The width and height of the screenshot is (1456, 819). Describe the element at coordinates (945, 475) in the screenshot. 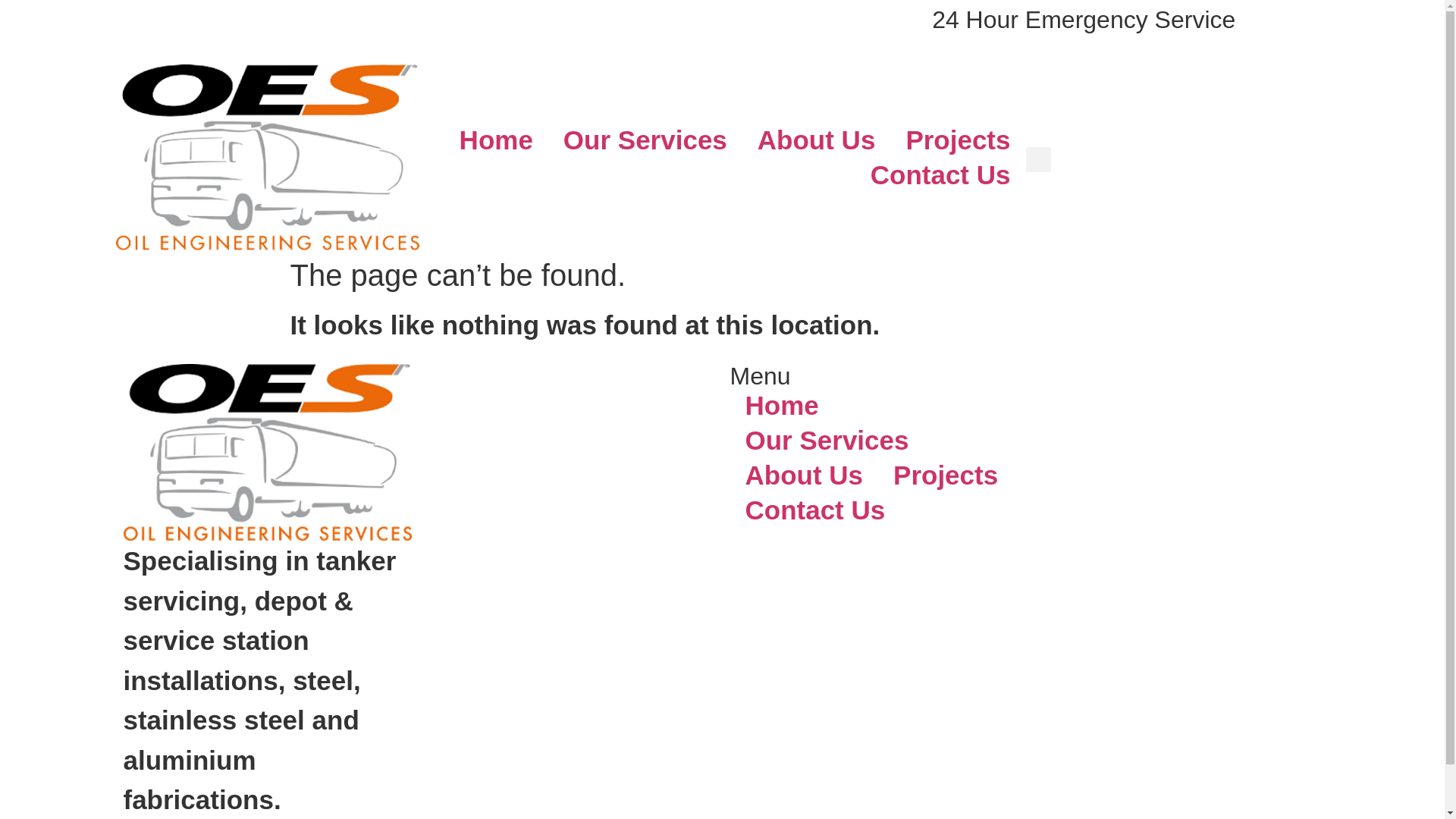

I see `'Projects'` at that location.